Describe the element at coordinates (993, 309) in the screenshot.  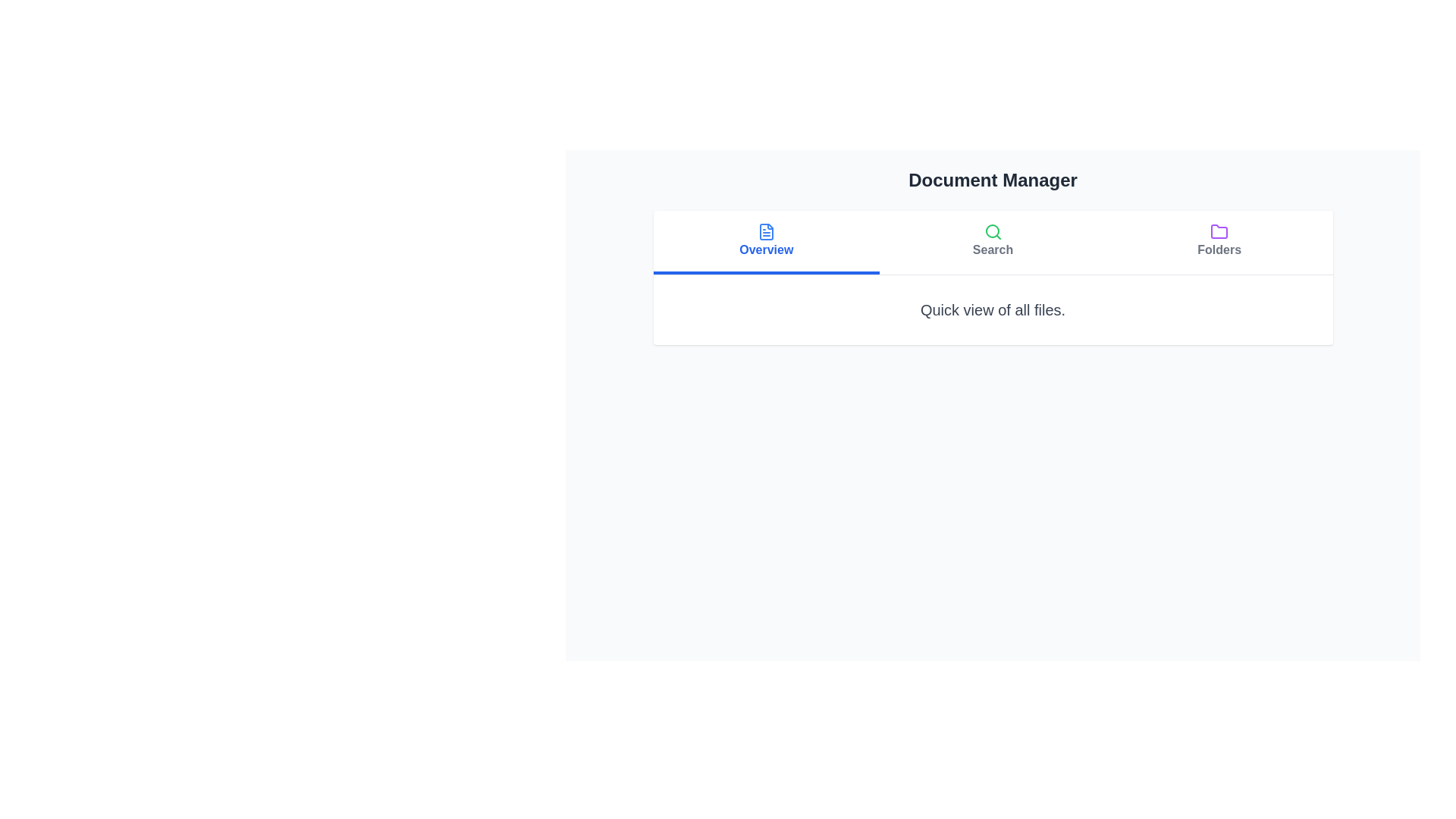
I see `the static text component displaying 'Quick view of all files.' which is centrally aligned beneath navigation options` at that location.